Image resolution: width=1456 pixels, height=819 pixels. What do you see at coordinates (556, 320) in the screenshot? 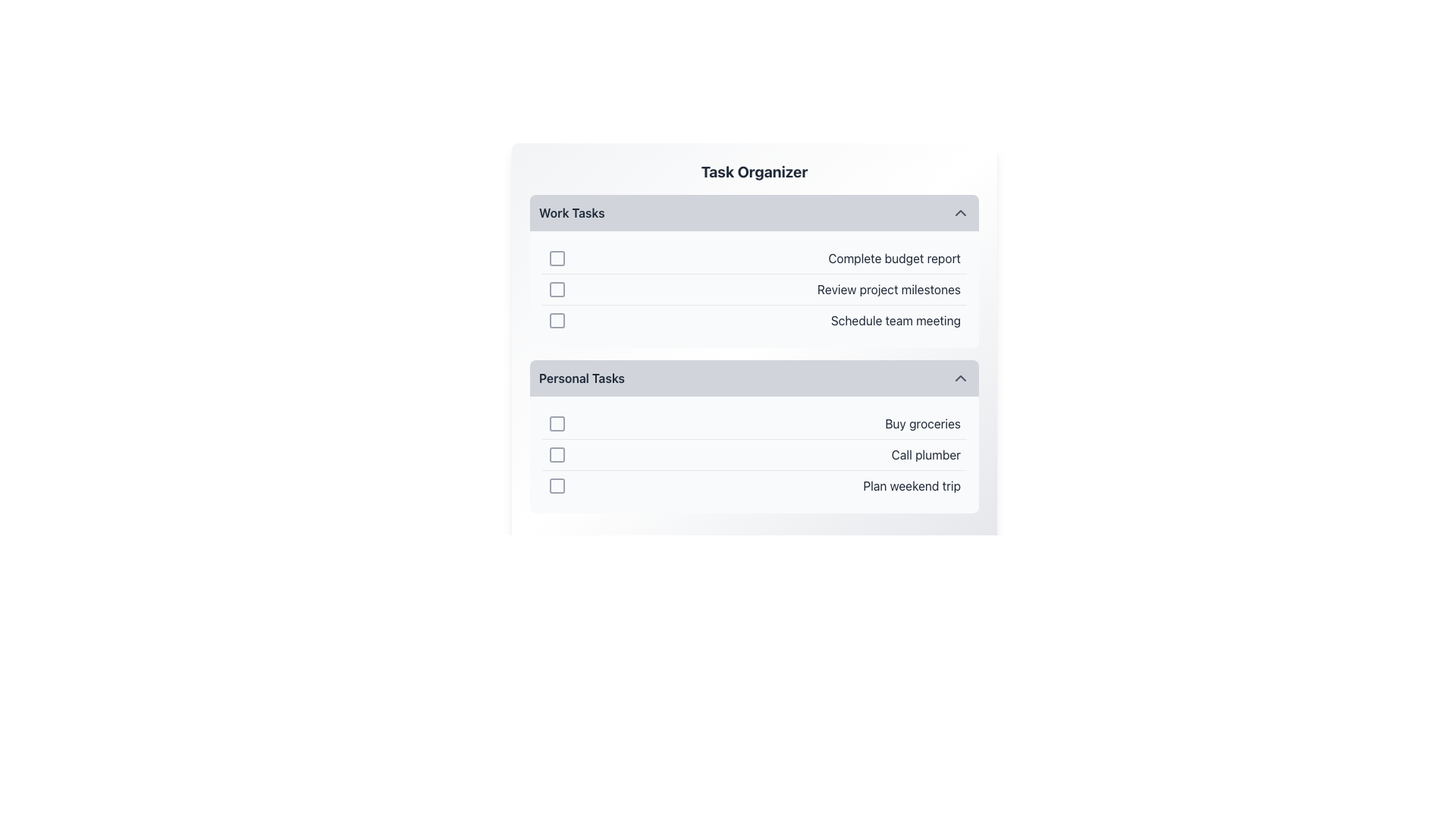
I see `the checkbox located next to the 'Schedule team meeting' task in the 'Work Tasks' section` at bounding box center [556, 320].